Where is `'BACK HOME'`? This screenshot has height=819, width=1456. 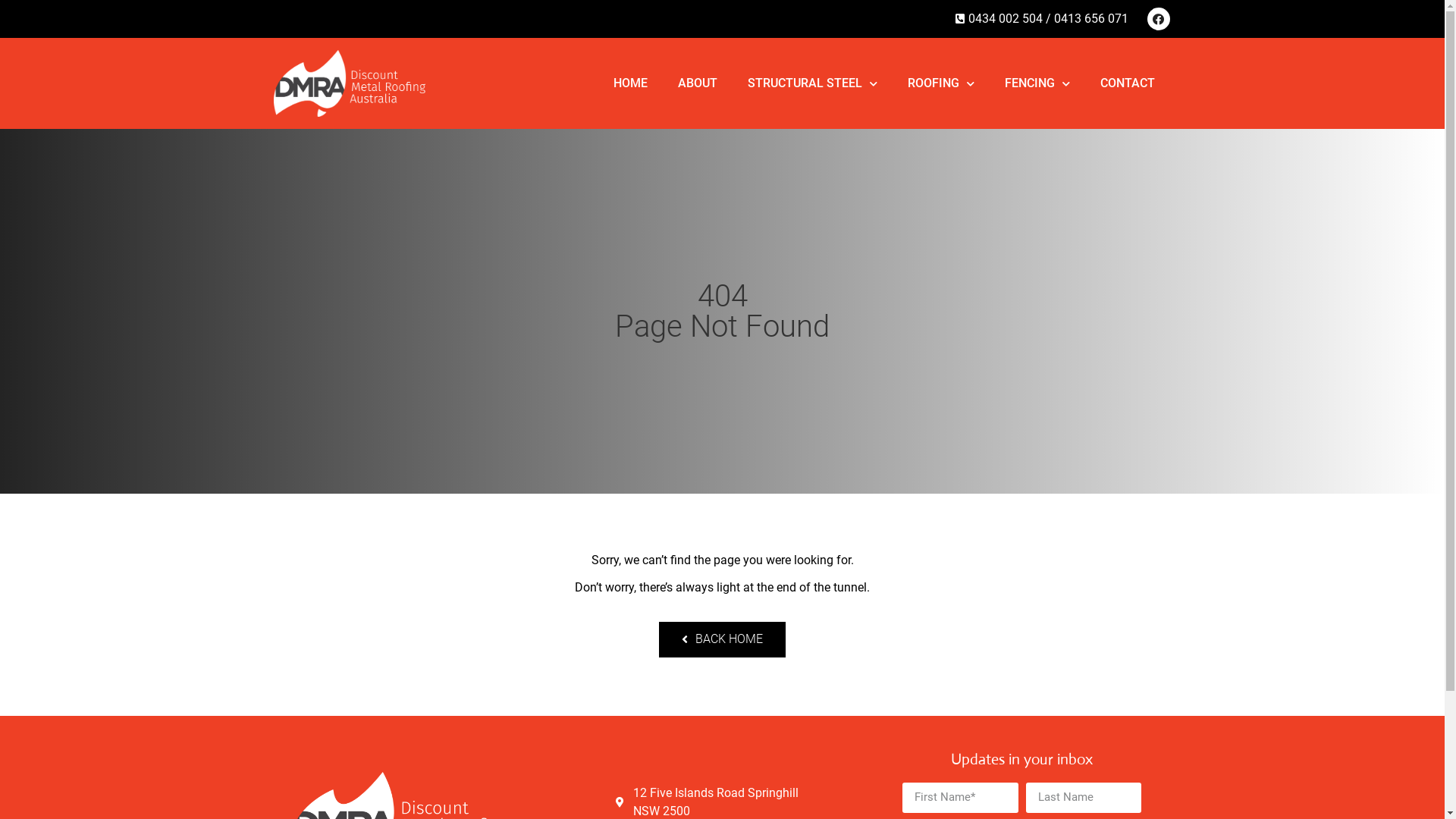
'BACK HOME' is located at coordinates (721, 639).